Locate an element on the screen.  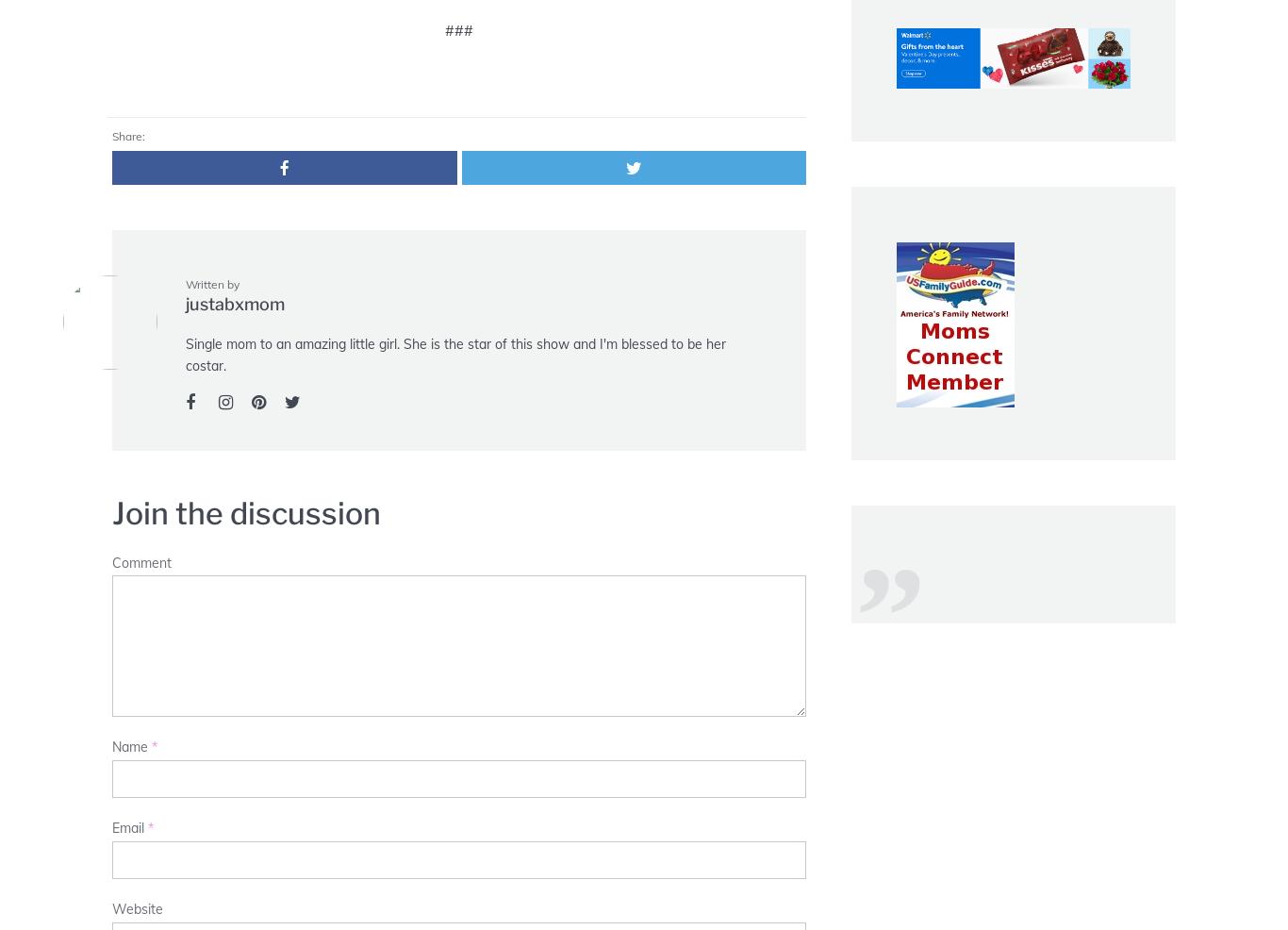
'Join the discussion' is located at coordinates (246, 512).